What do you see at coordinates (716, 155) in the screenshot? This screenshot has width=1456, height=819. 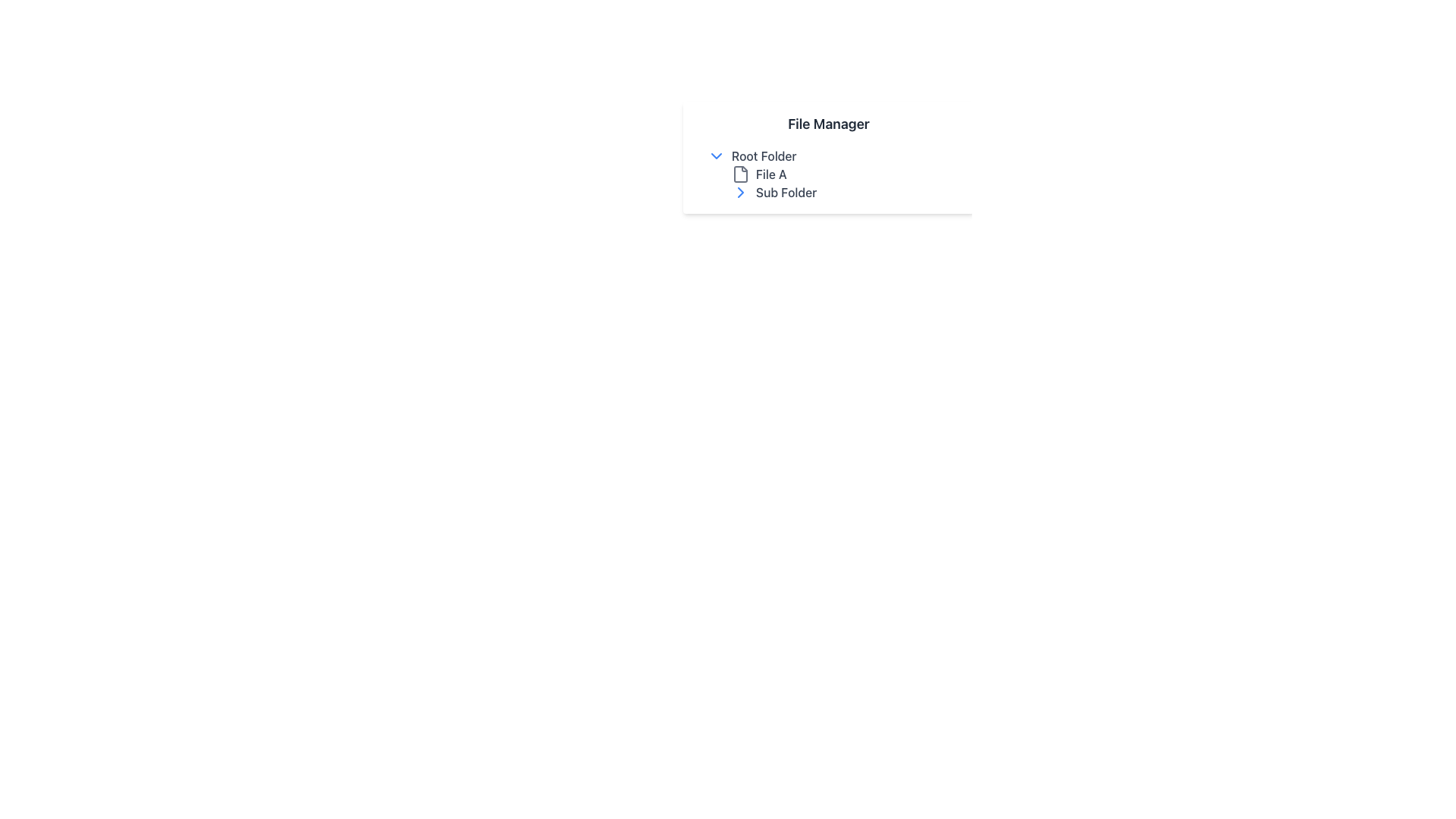 I see `the chevron icon positioned at the leftmost part of the 'Root Folder' row` at bounding box center [716, 155].